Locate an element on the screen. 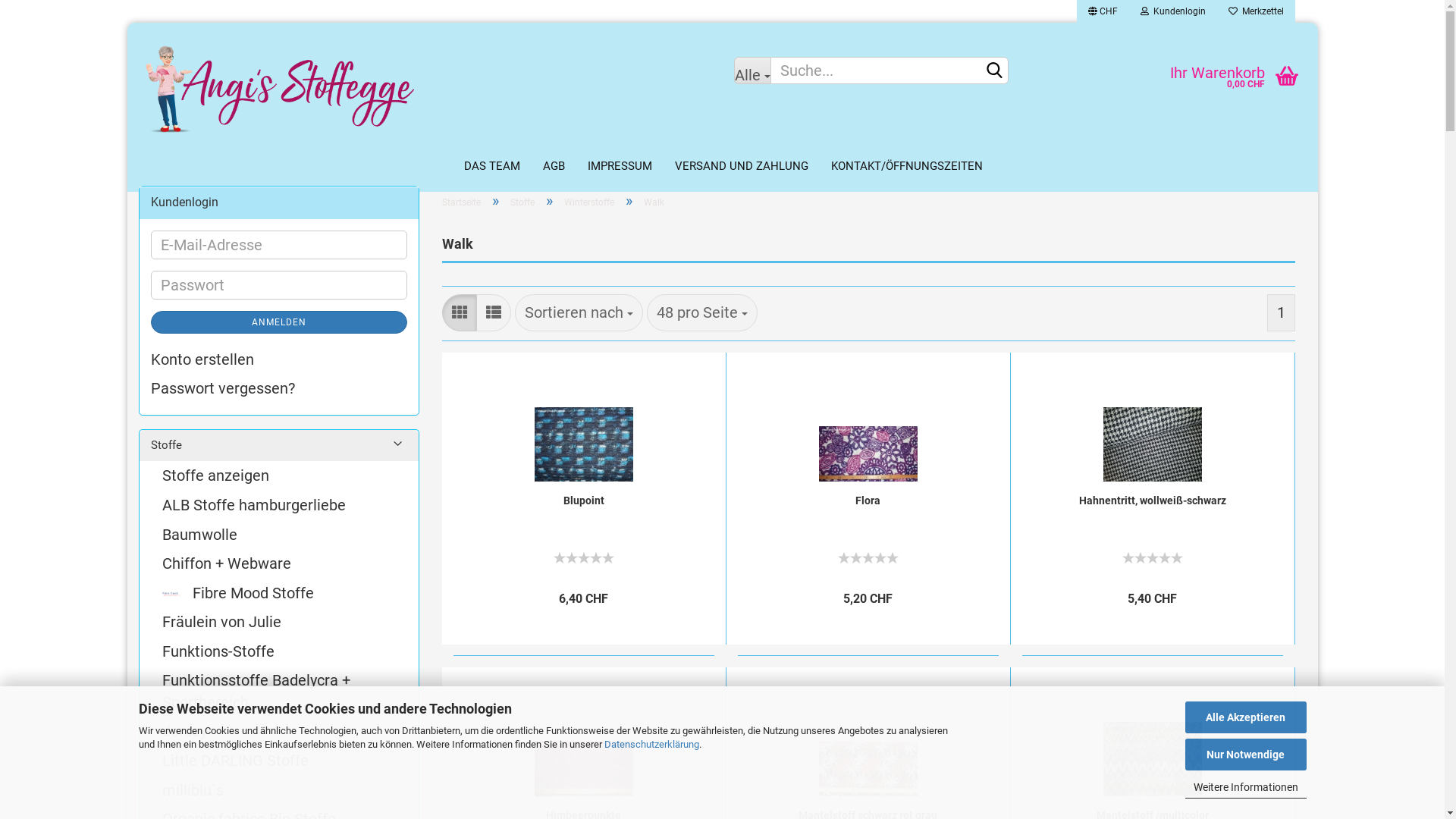  'Chiffon + Webware' is located at coordinates (279, 563).